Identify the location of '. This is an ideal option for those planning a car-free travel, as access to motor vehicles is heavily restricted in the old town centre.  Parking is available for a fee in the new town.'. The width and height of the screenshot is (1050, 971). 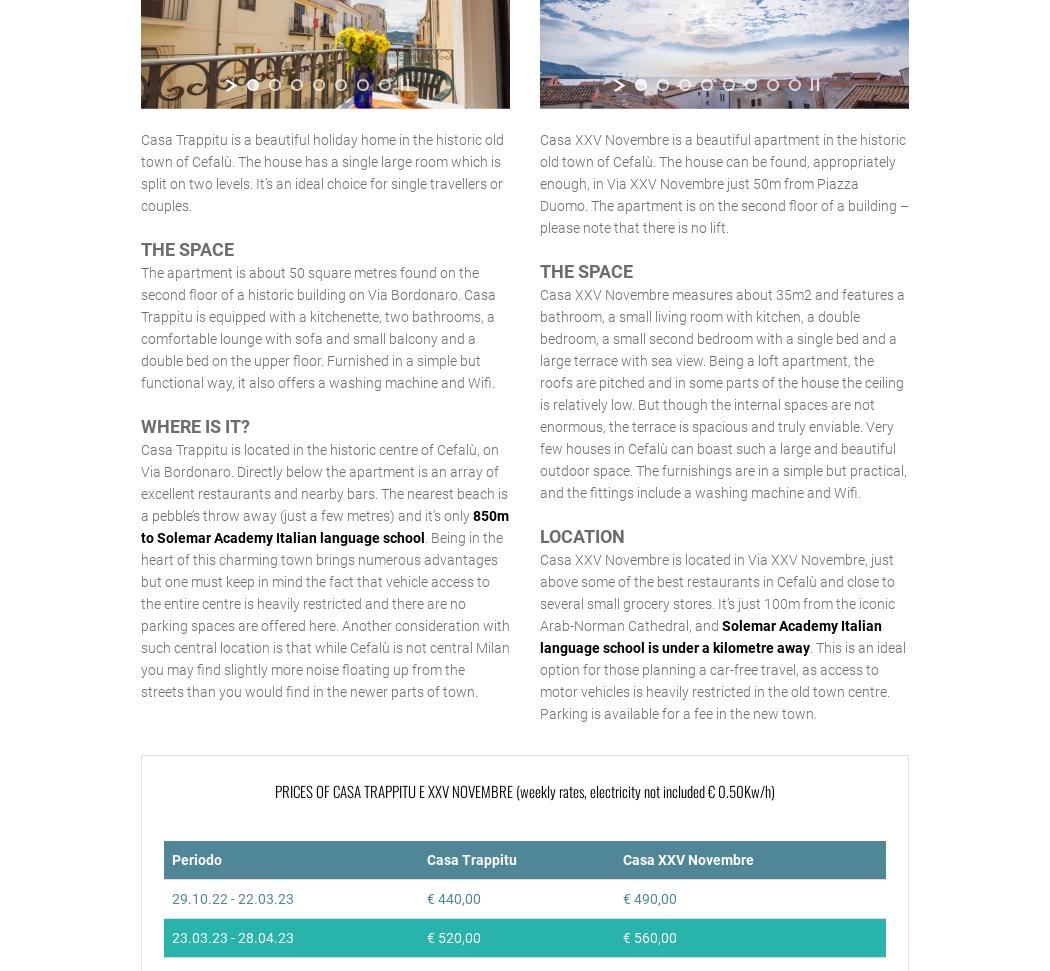
(722, 679).